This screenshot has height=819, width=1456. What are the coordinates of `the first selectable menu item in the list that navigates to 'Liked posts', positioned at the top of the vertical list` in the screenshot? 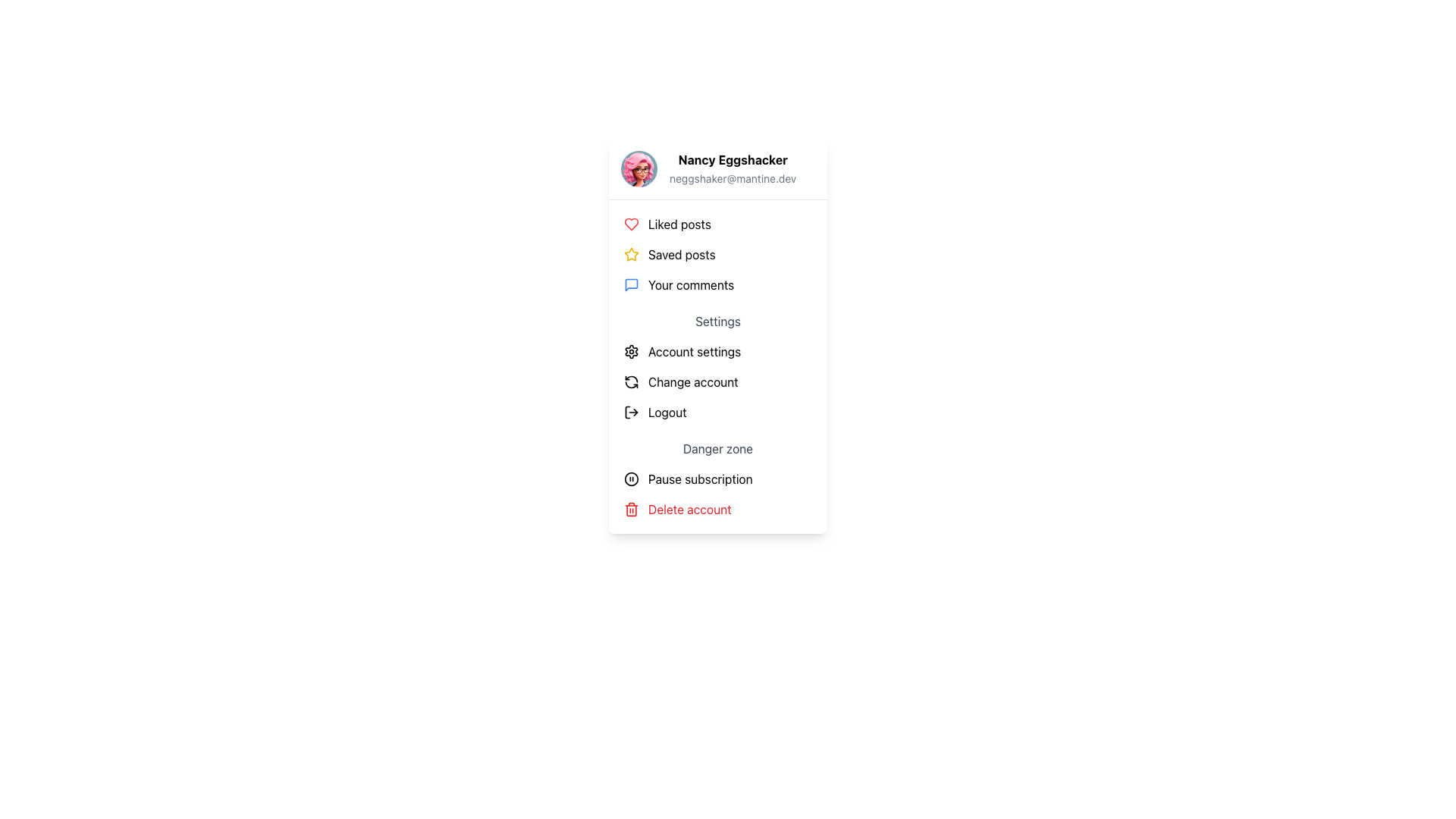 It's located at (717, 224).